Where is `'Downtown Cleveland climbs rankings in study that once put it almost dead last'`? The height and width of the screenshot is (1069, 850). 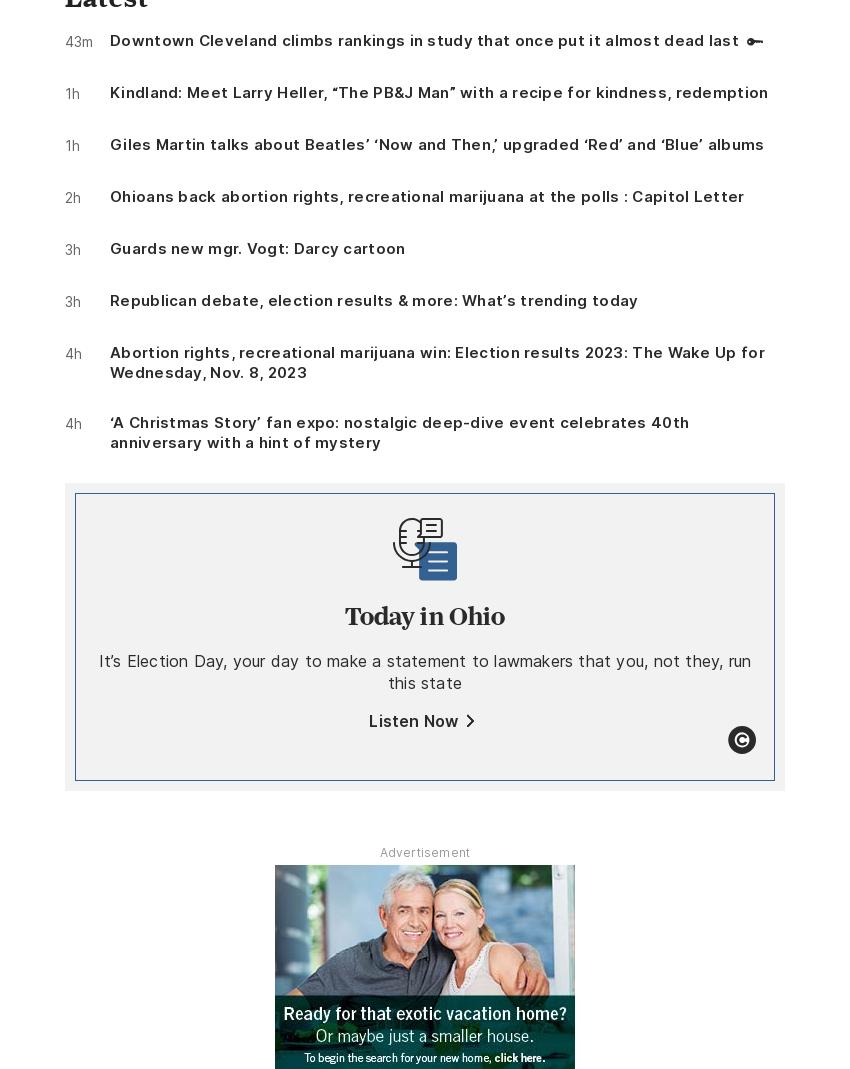
'Downtown Cleveland climbs rankings in study that once put it almost dead last' is located at coordinates (424, 38).